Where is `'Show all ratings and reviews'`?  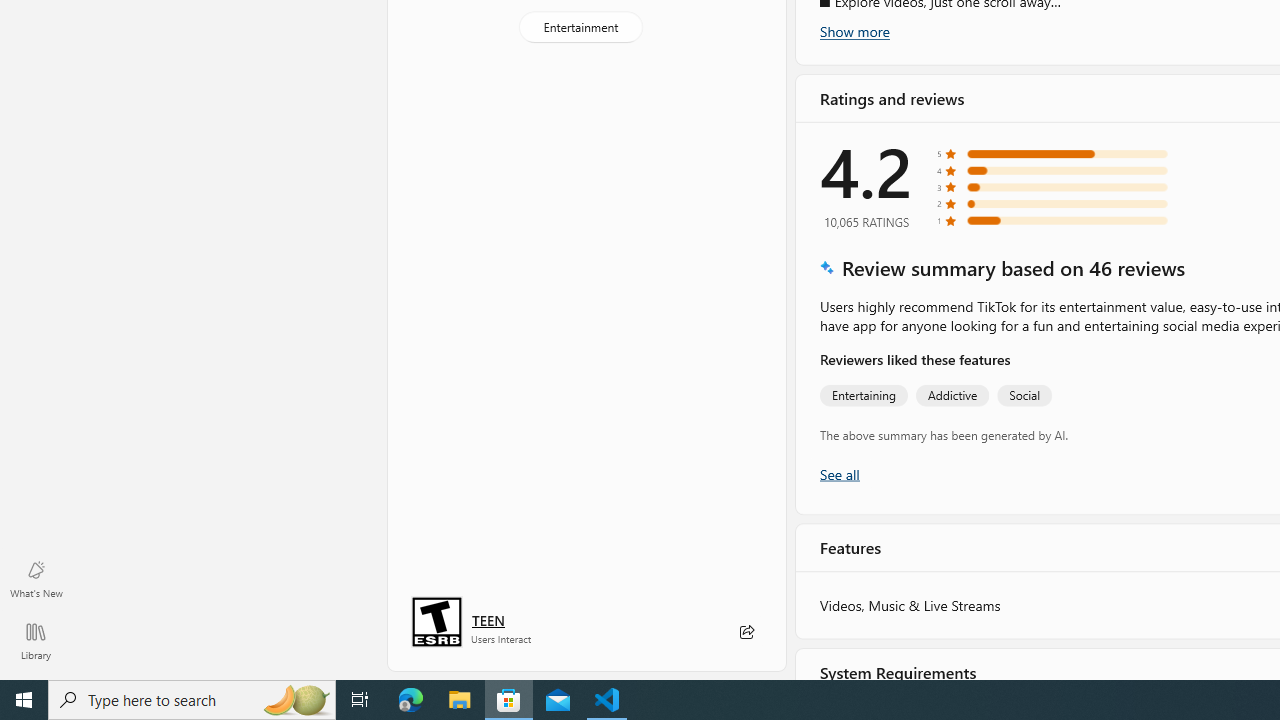
'Show all ratings and reviews' is located at coordinates (839, 473).